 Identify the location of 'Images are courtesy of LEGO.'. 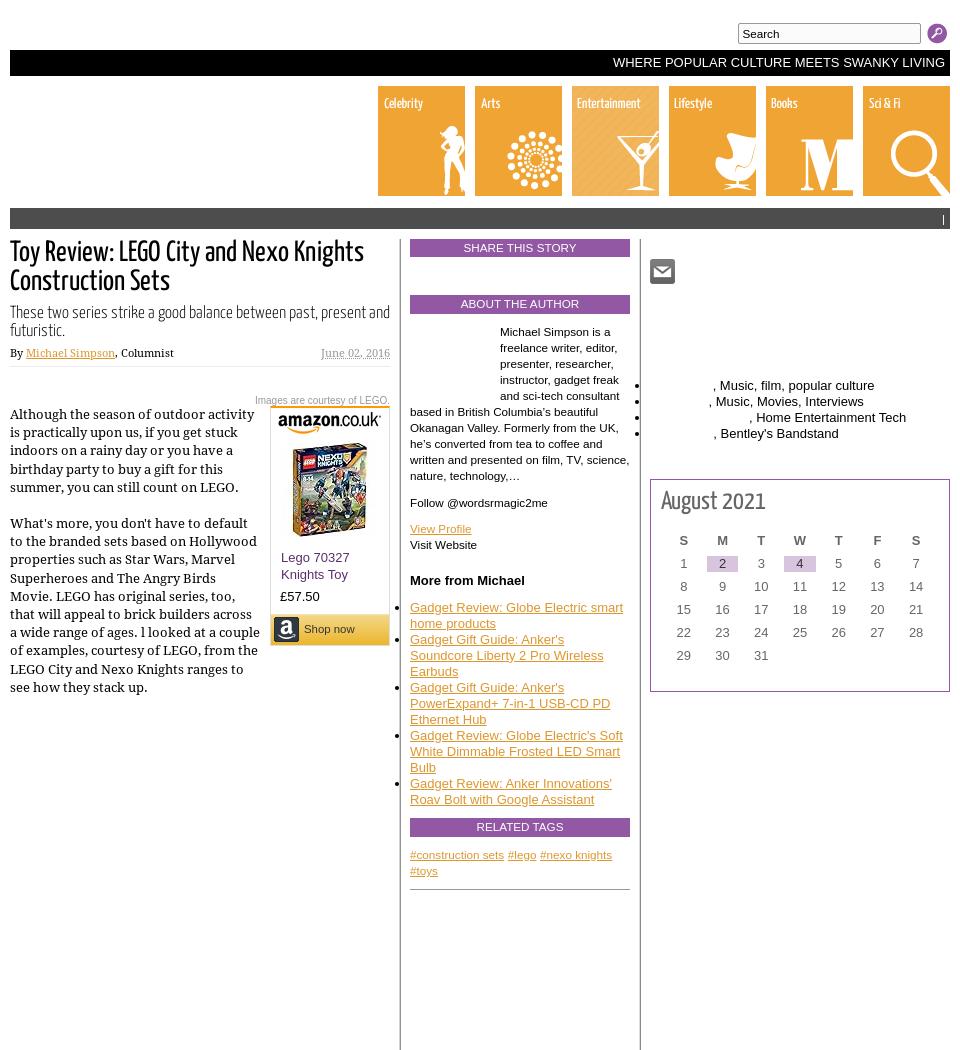
(253, 399).